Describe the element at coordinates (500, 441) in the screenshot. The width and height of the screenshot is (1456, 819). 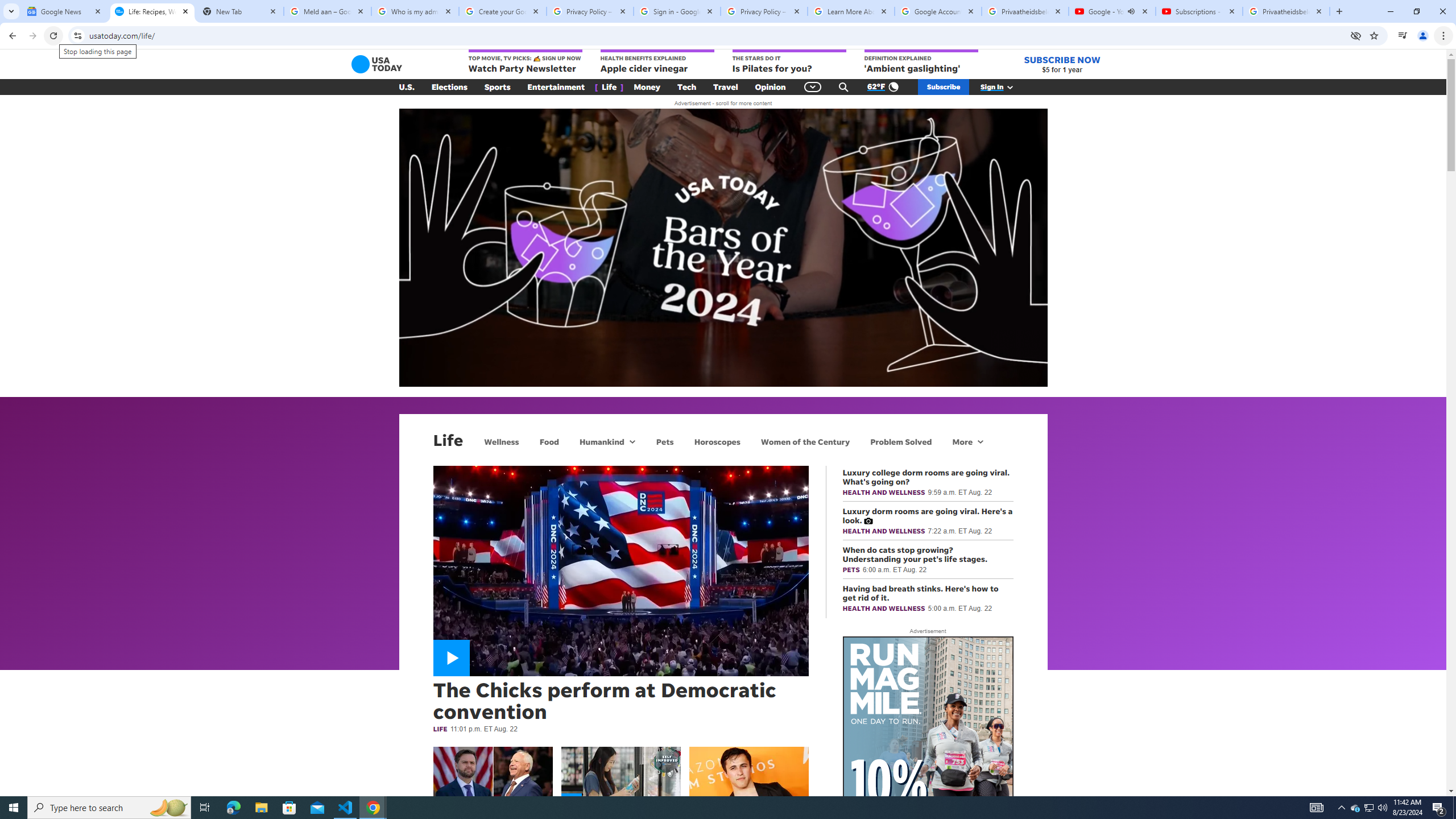
I see `'Wellness'` at that location.